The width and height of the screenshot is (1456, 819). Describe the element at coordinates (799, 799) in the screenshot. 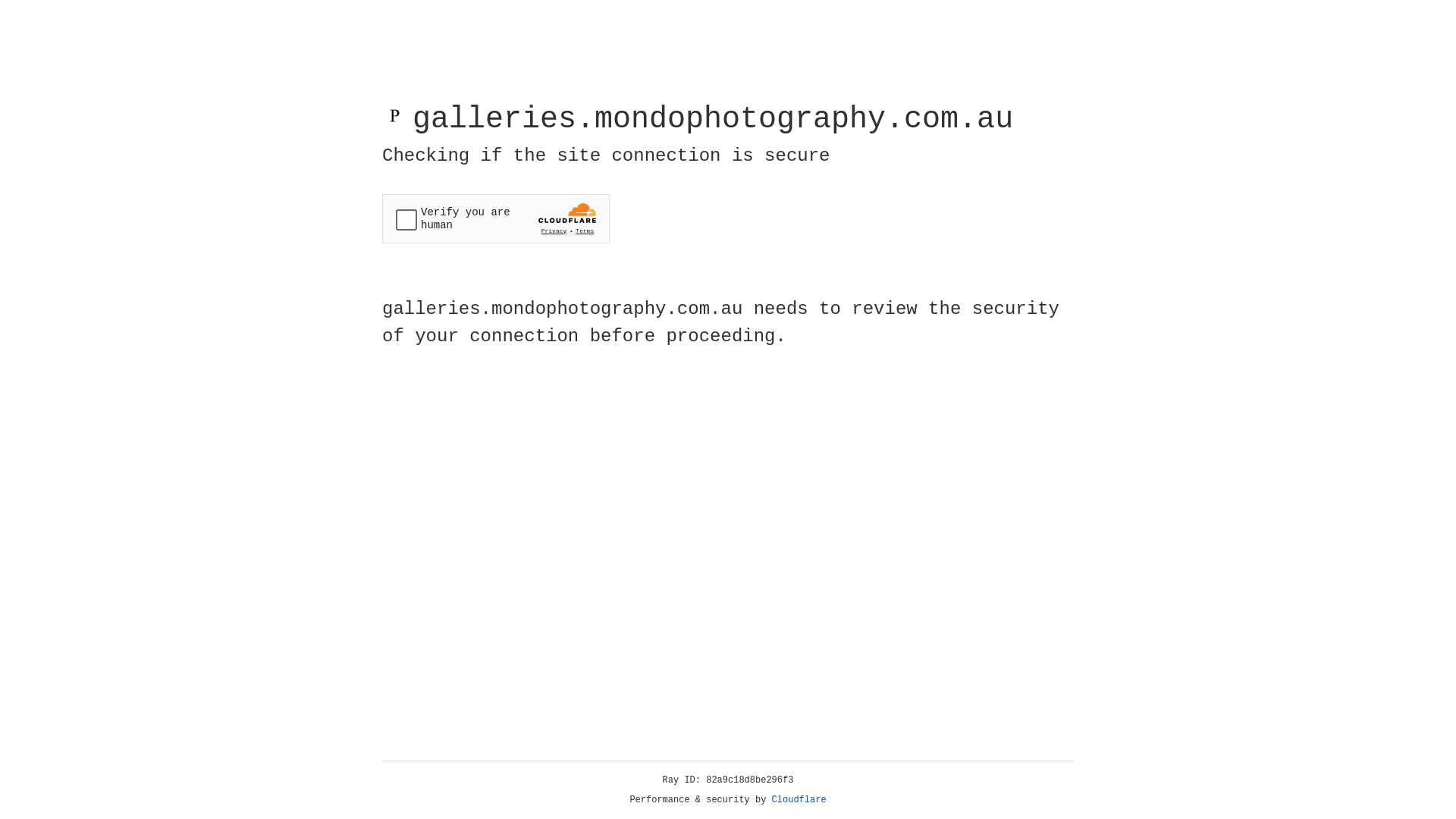

I see `'Cloudflare'` at that location.